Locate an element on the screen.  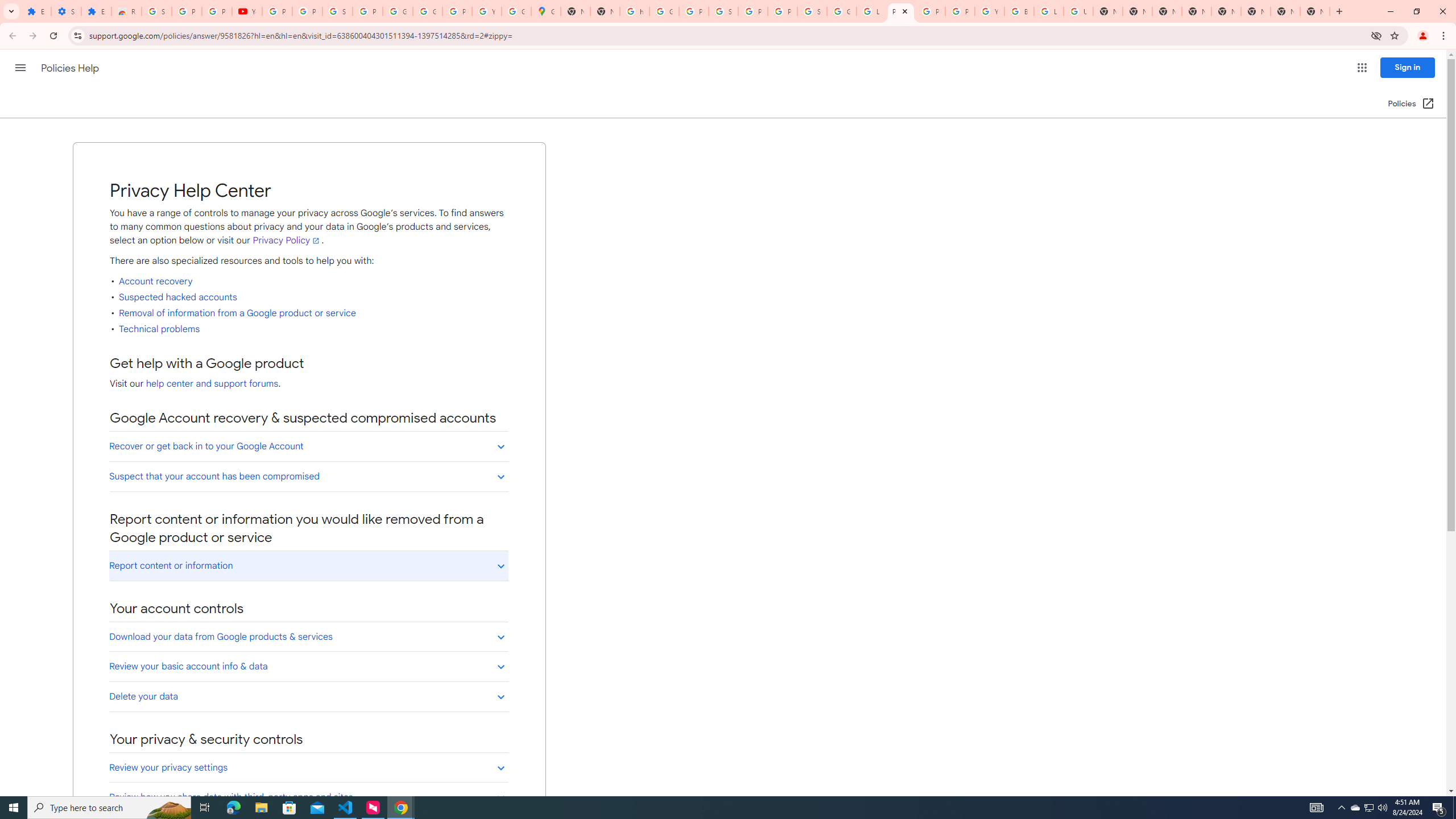
'Privacy Help Center - Policies Help' is located at coordinates (900, 11).